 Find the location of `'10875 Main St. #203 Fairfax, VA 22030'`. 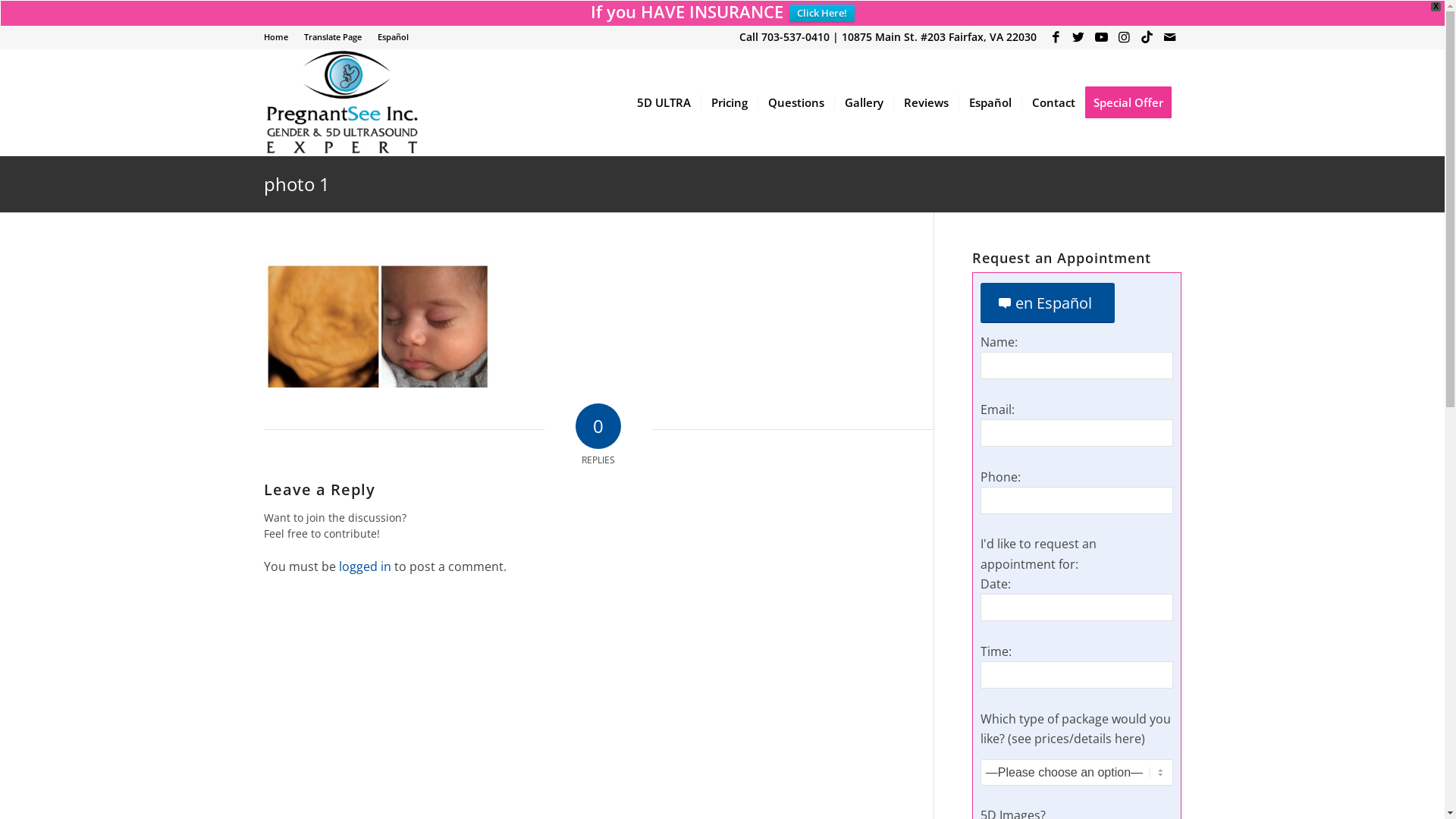

'10875 Main St. #203 Fairfax, VA 22030' is located at coordinates (938, 36).